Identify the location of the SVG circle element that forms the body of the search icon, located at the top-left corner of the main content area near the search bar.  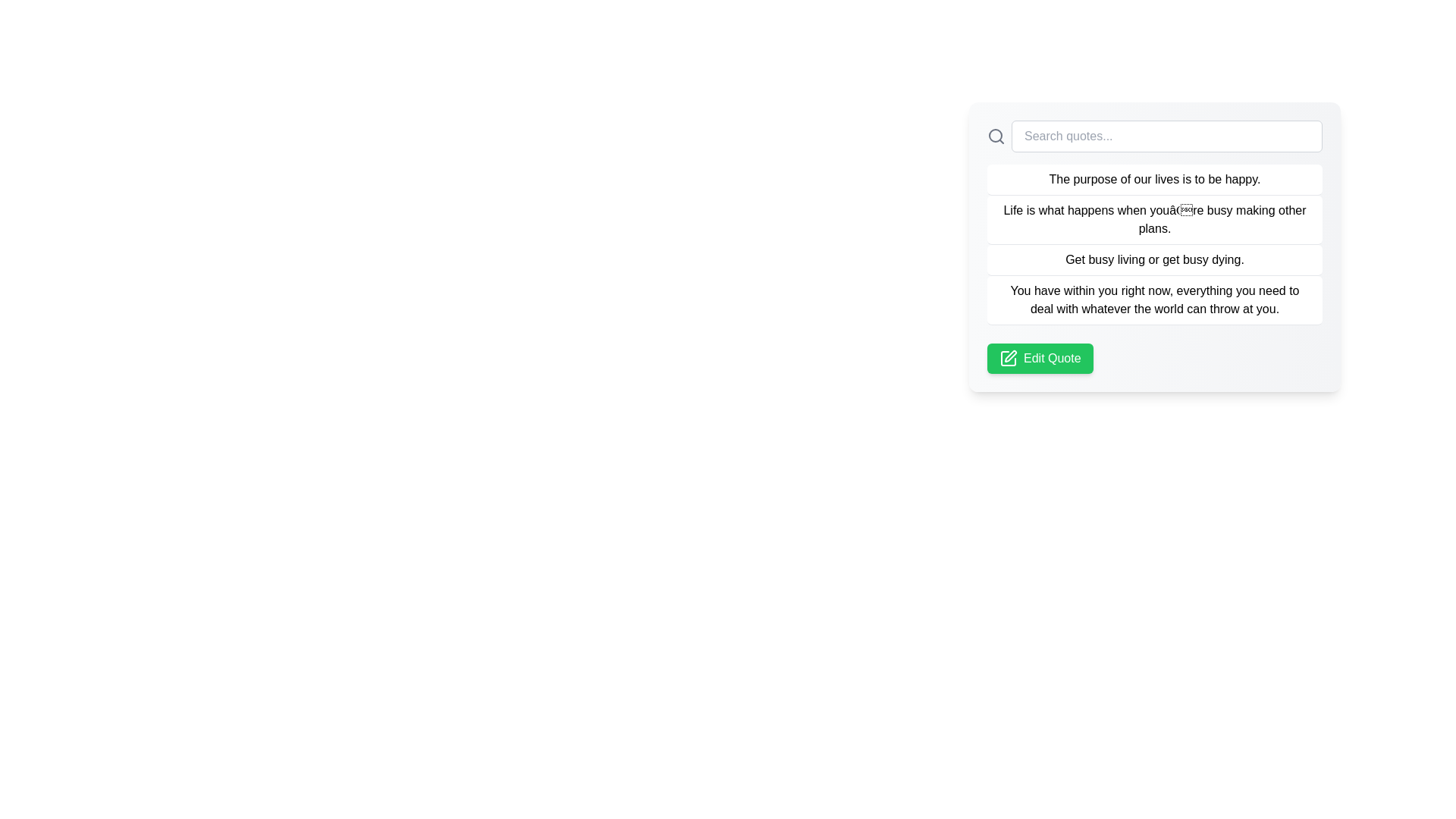
(996, 134).